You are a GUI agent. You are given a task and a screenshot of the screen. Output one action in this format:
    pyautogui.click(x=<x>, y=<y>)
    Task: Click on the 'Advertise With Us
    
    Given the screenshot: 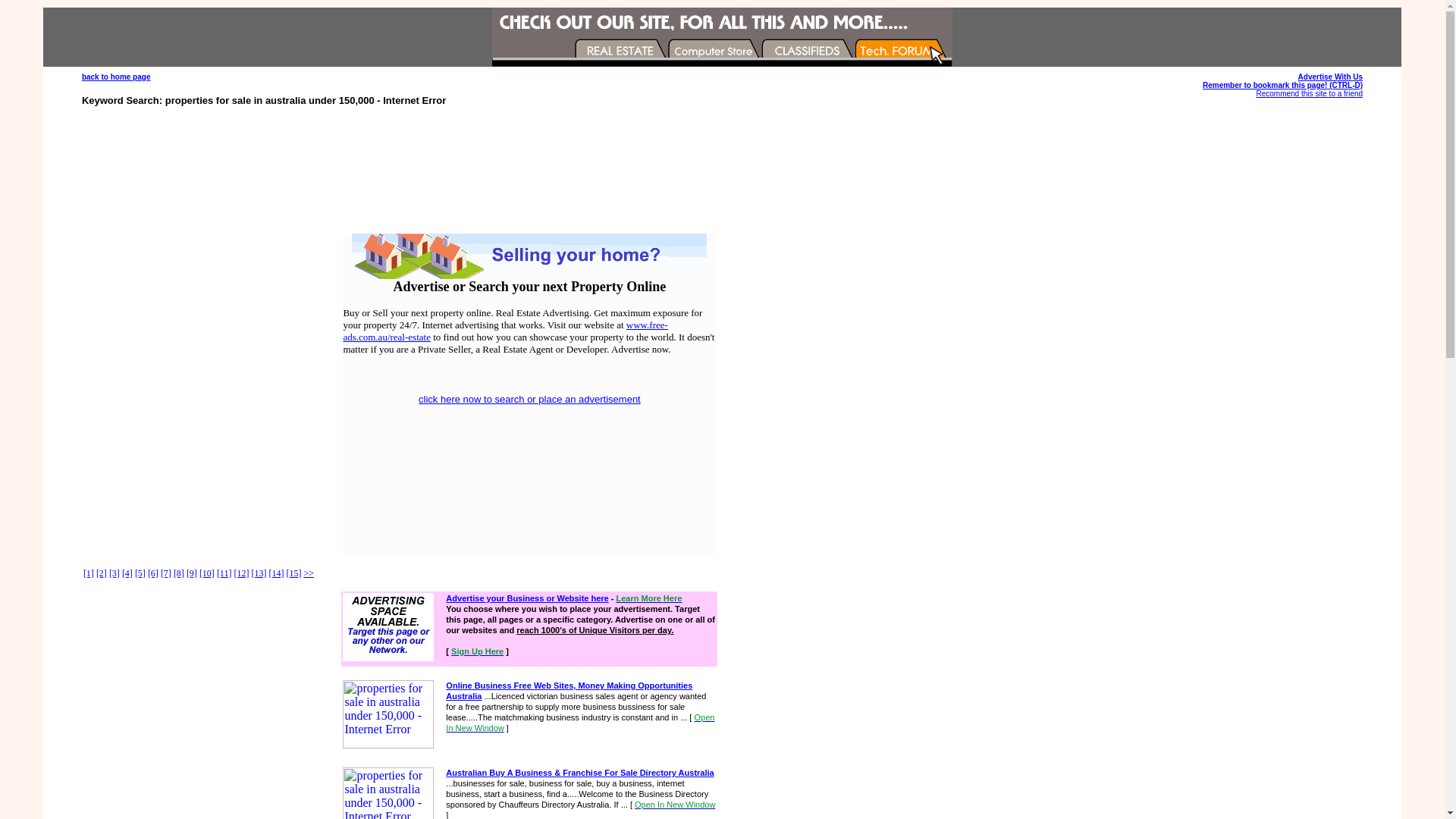 What is the action you would take?
    pyautogui.click(x=1282, y=81)
    